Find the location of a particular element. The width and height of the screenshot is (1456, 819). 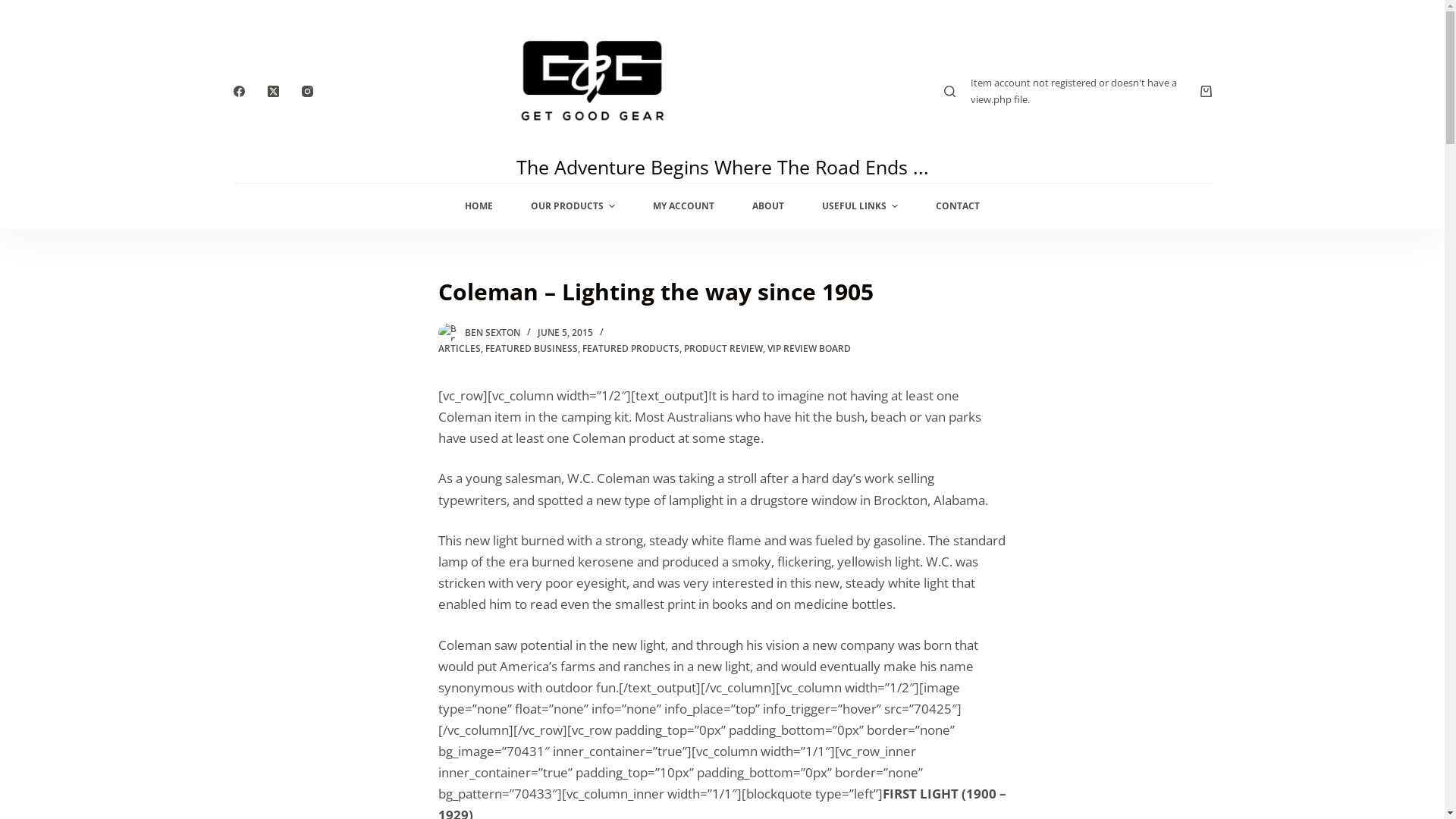

'ABOUT' is located at coordinates (767, 206).